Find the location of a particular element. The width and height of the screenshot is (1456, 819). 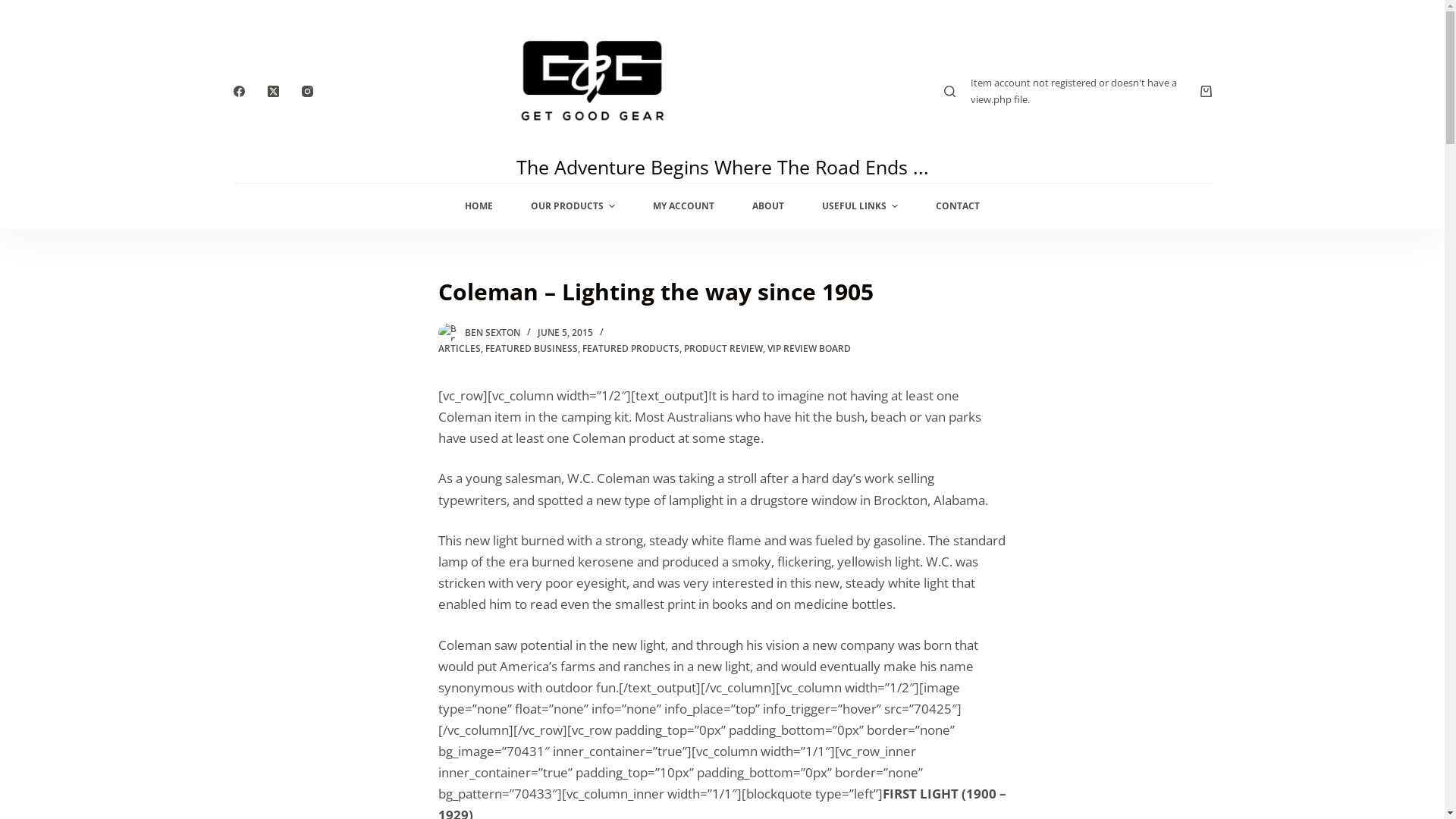

'ABOUT' is located at coordinates (767, 206).